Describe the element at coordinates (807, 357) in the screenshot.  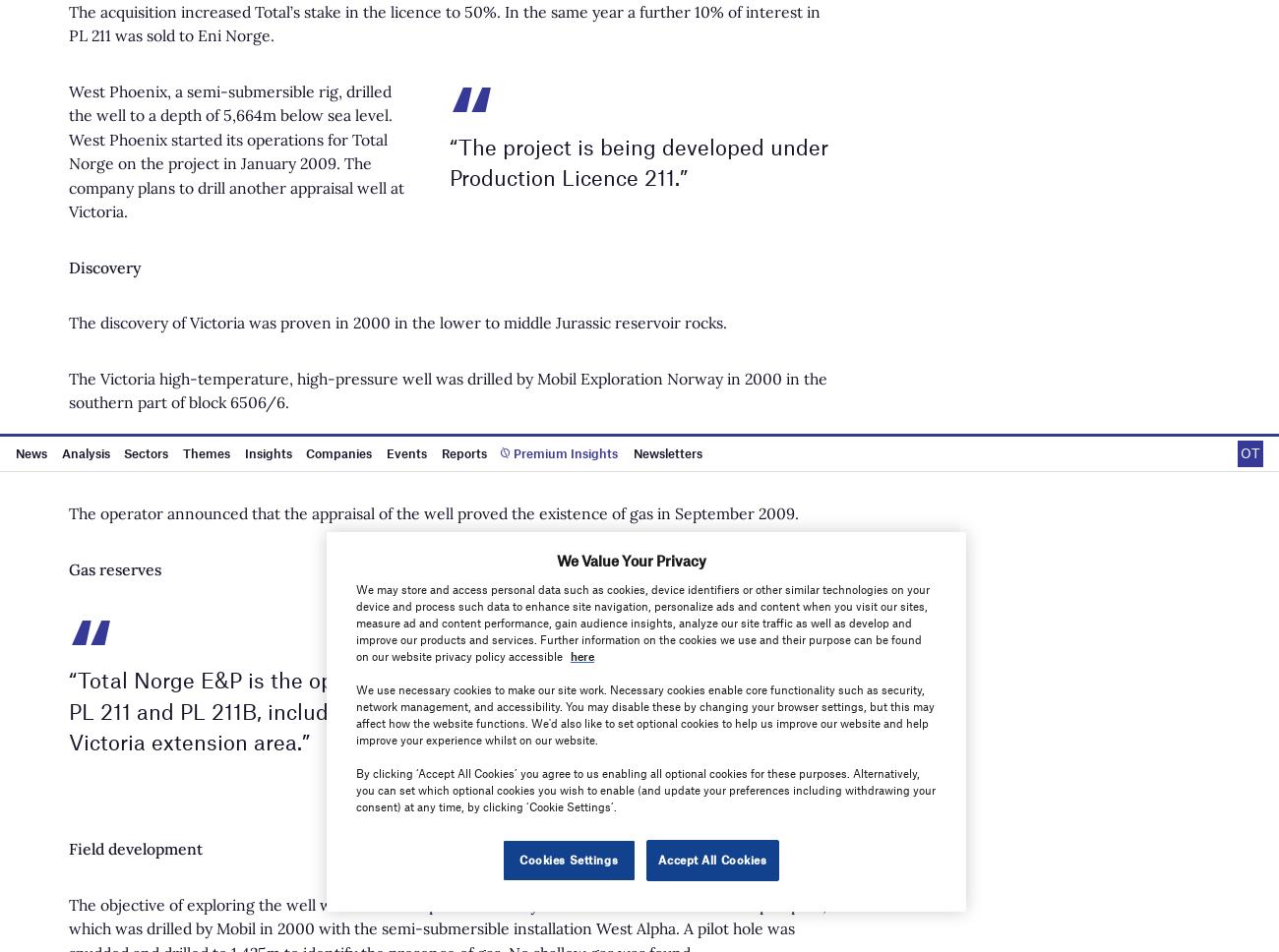
I see `'Newsletters'` at that location.